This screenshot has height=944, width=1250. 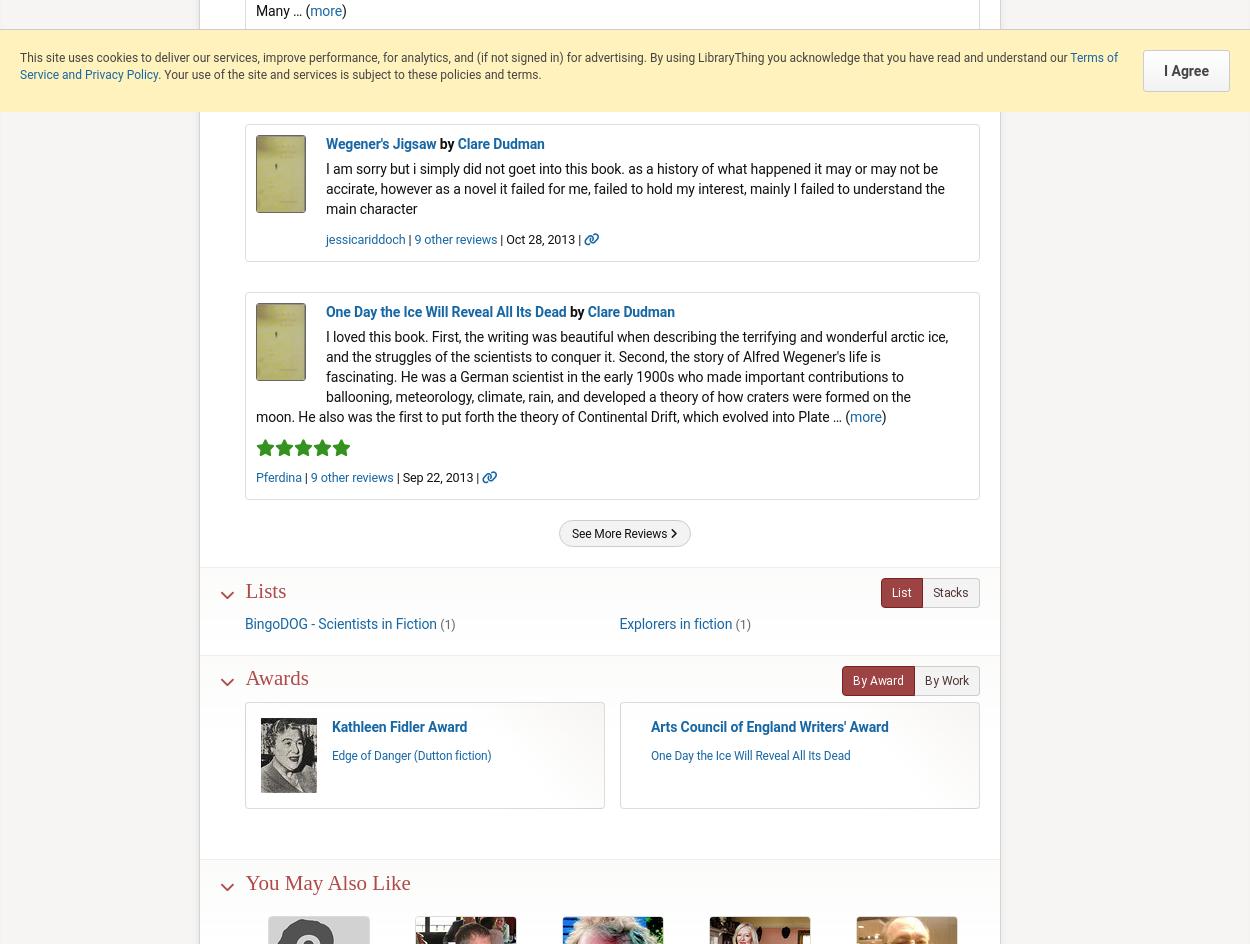 I want to click on 'I Agree', so click(x=1186, y=69).